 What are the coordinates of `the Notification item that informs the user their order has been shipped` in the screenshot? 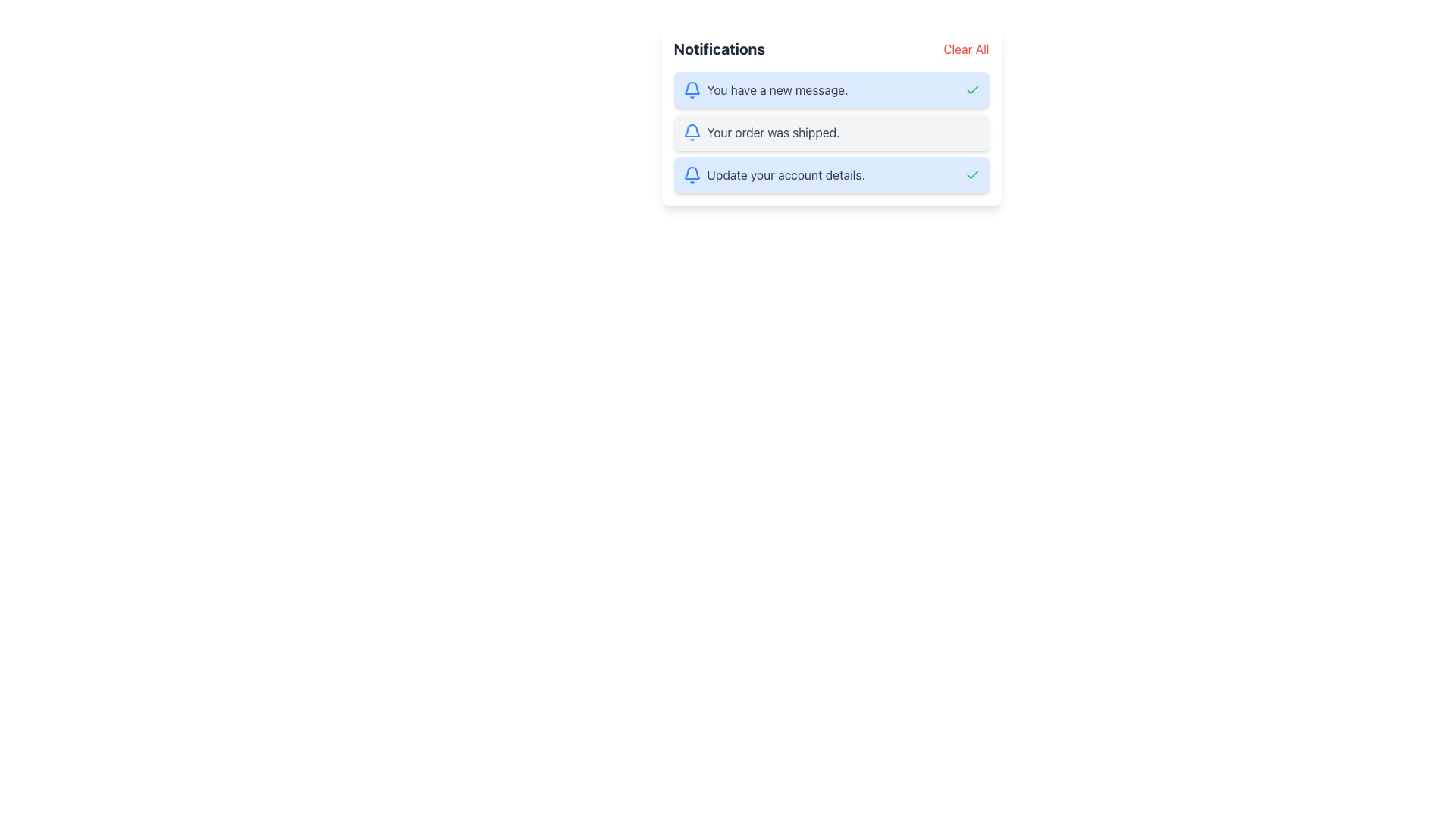 It's located at (830, 115).